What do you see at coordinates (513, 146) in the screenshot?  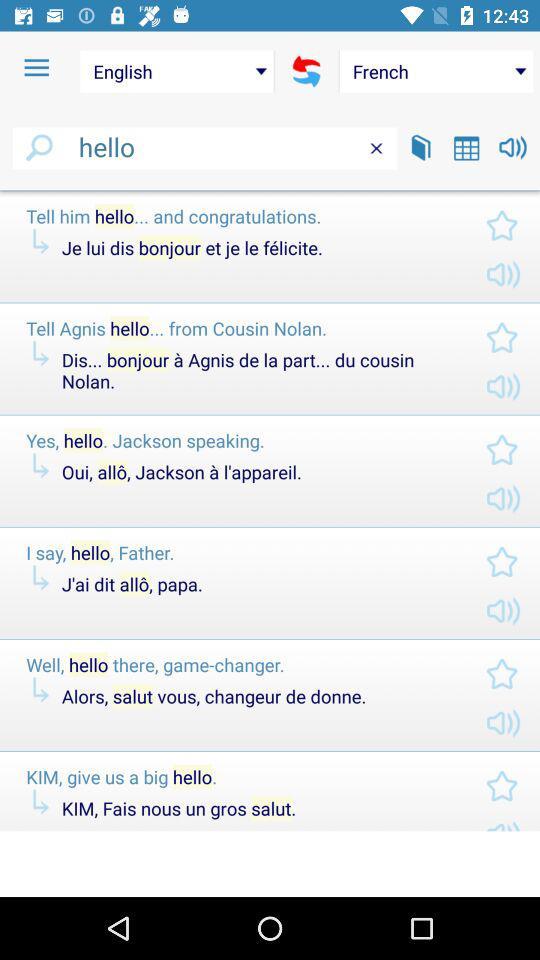 I see `speach` at bounding box center [513, 146].